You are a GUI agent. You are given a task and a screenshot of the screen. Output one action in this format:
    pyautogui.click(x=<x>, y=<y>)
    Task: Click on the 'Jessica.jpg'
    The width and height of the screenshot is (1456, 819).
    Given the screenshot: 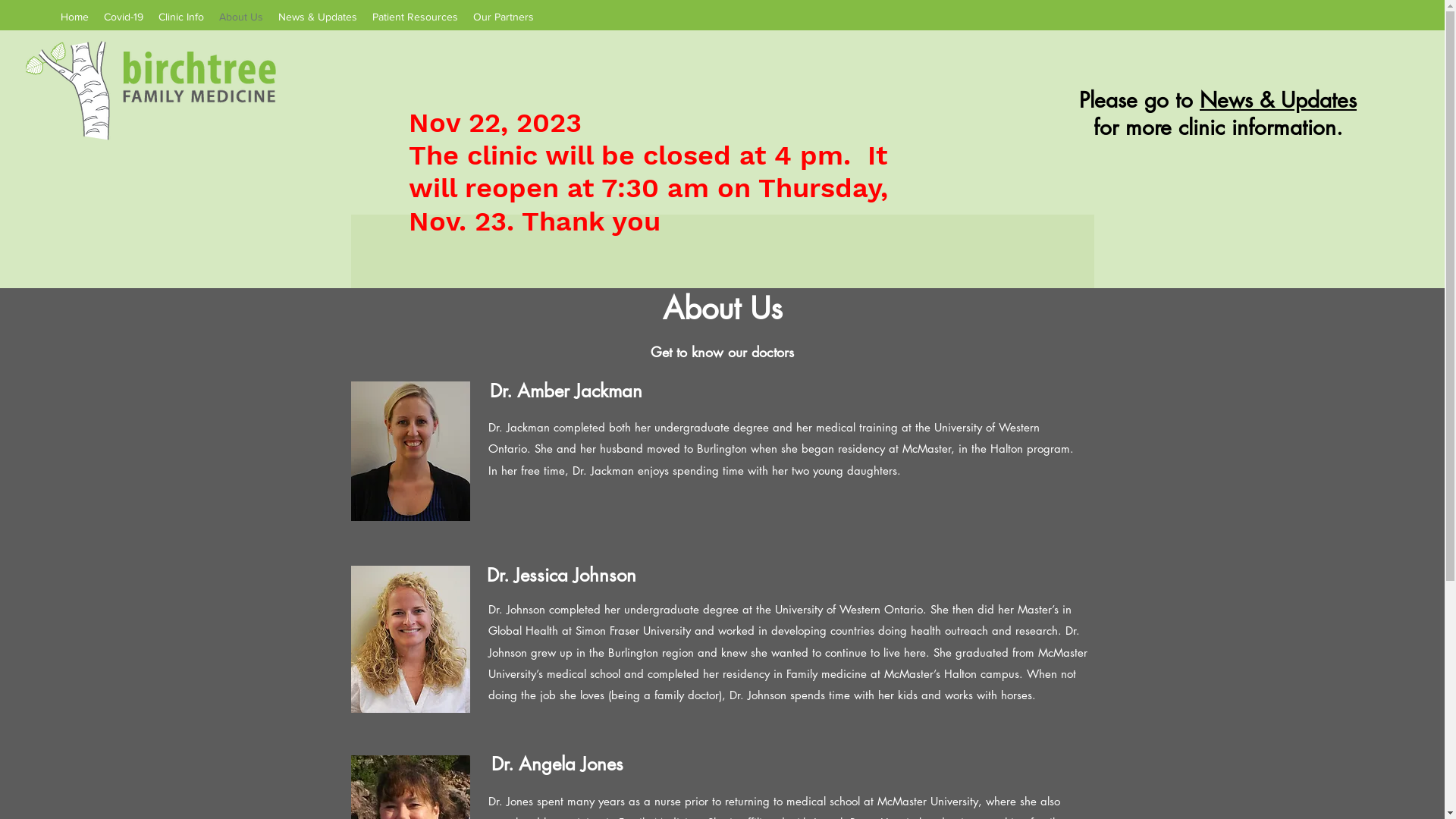 What is the action you would take?
    pyautogui.click(x=409, y=639)
    